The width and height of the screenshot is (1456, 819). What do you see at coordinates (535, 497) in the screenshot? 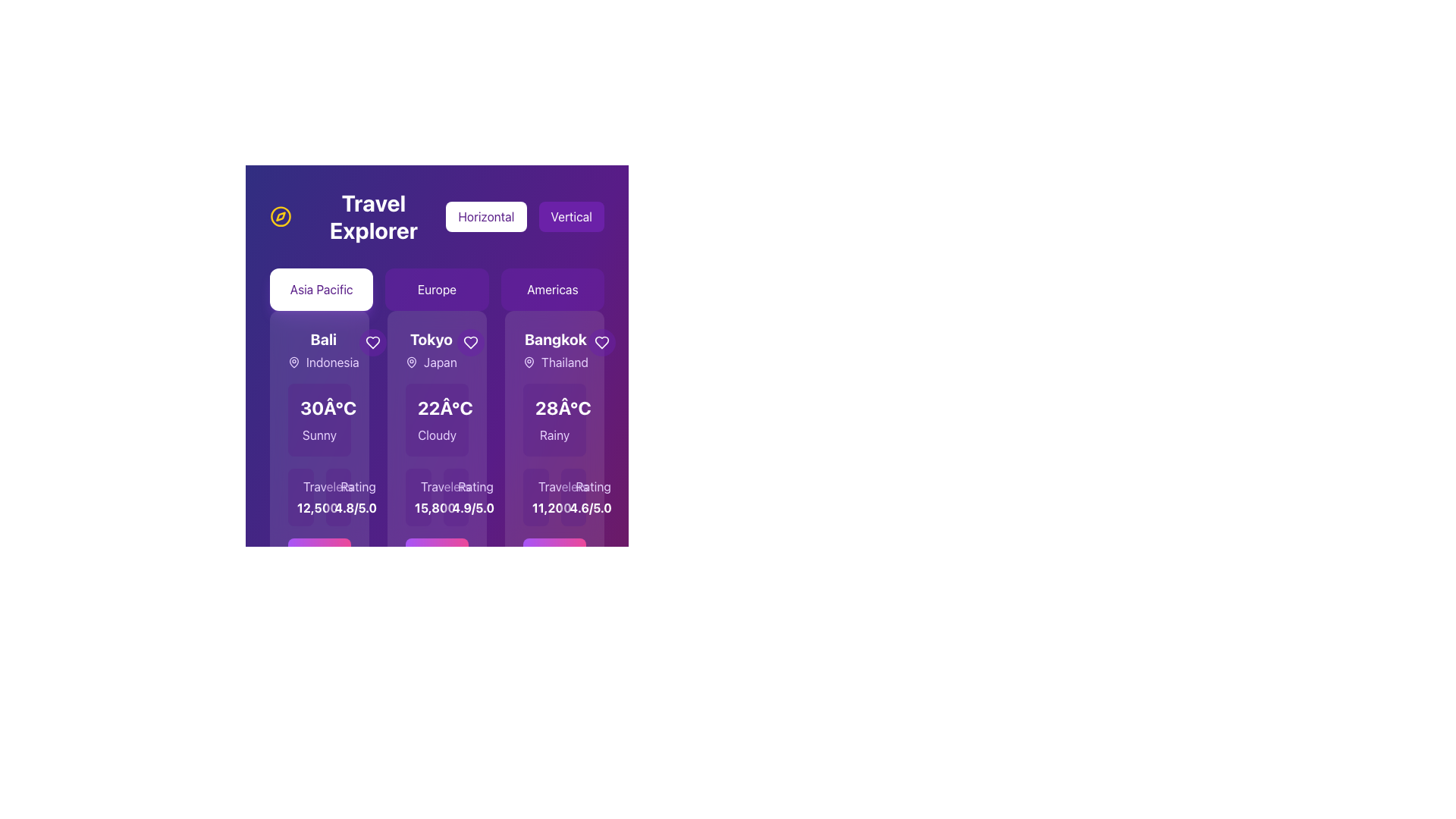
I see `the text block displaying 'Travelers' with the number '11,200', styled in light purple and bold white font, positioned in the 'Asia Pacific' section underneath 'Bangkok'` at bounding box center [535, 497].